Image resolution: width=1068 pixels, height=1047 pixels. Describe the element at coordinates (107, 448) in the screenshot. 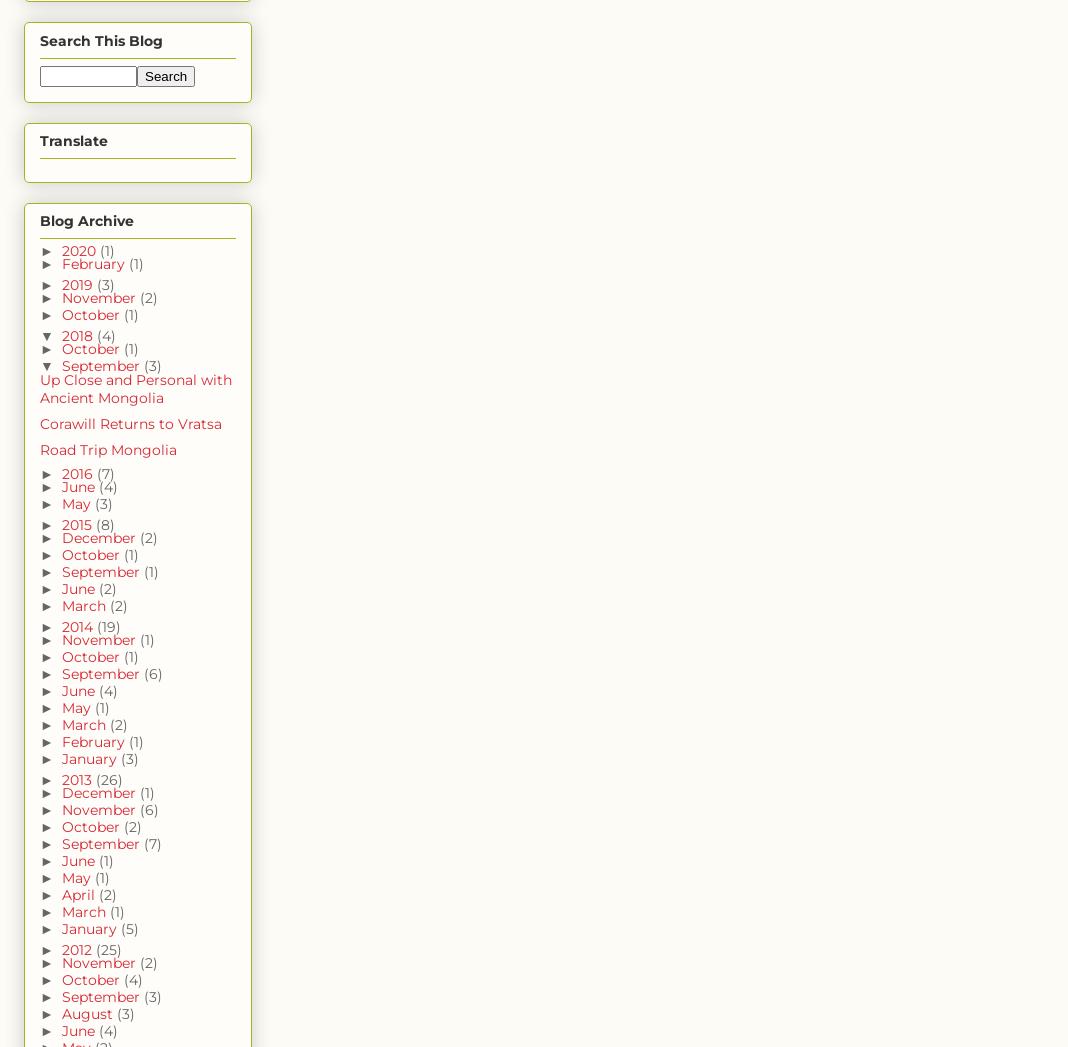

I see `'Road Trip Mongolia'` at that location.